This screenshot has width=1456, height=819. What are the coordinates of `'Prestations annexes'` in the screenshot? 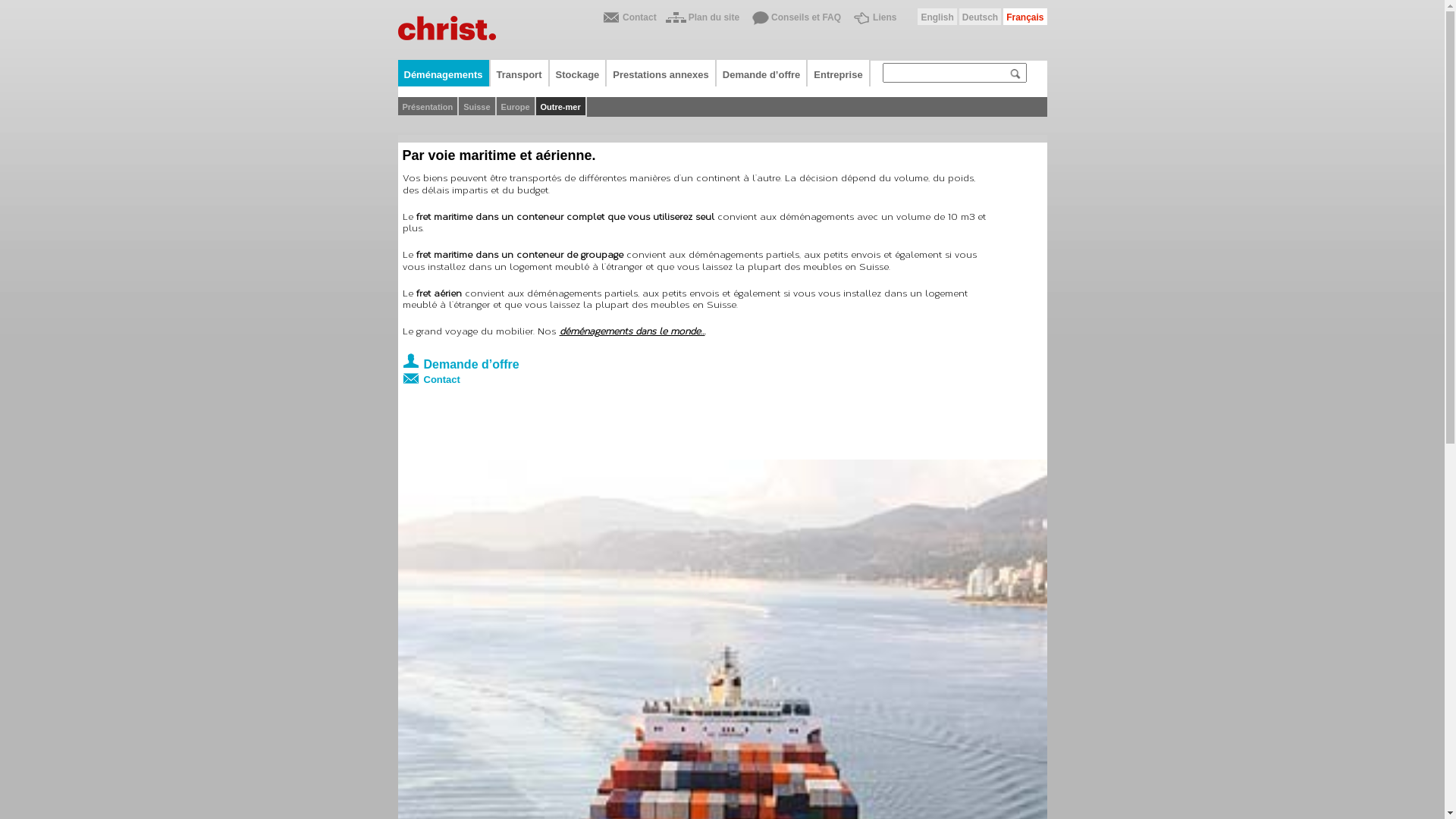 It's located at (661, 73).